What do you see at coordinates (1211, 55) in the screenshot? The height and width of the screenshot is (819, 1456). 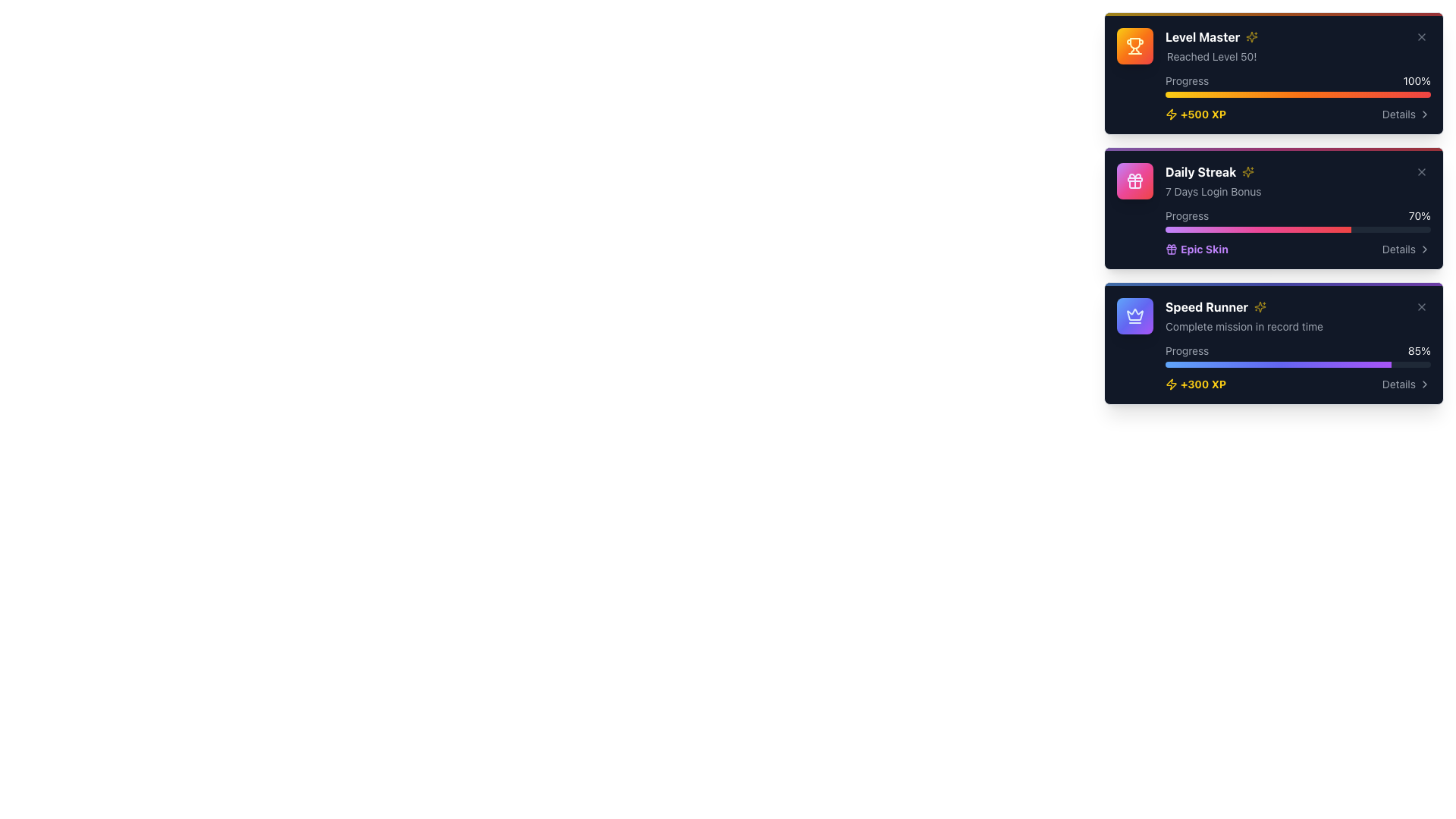 I see `the text label displaying 'Reached Level 50!' which is located under the title 'Level Master' in the top card of the vertical stack on the right side of the interface` at bounding box center [1211, 55].